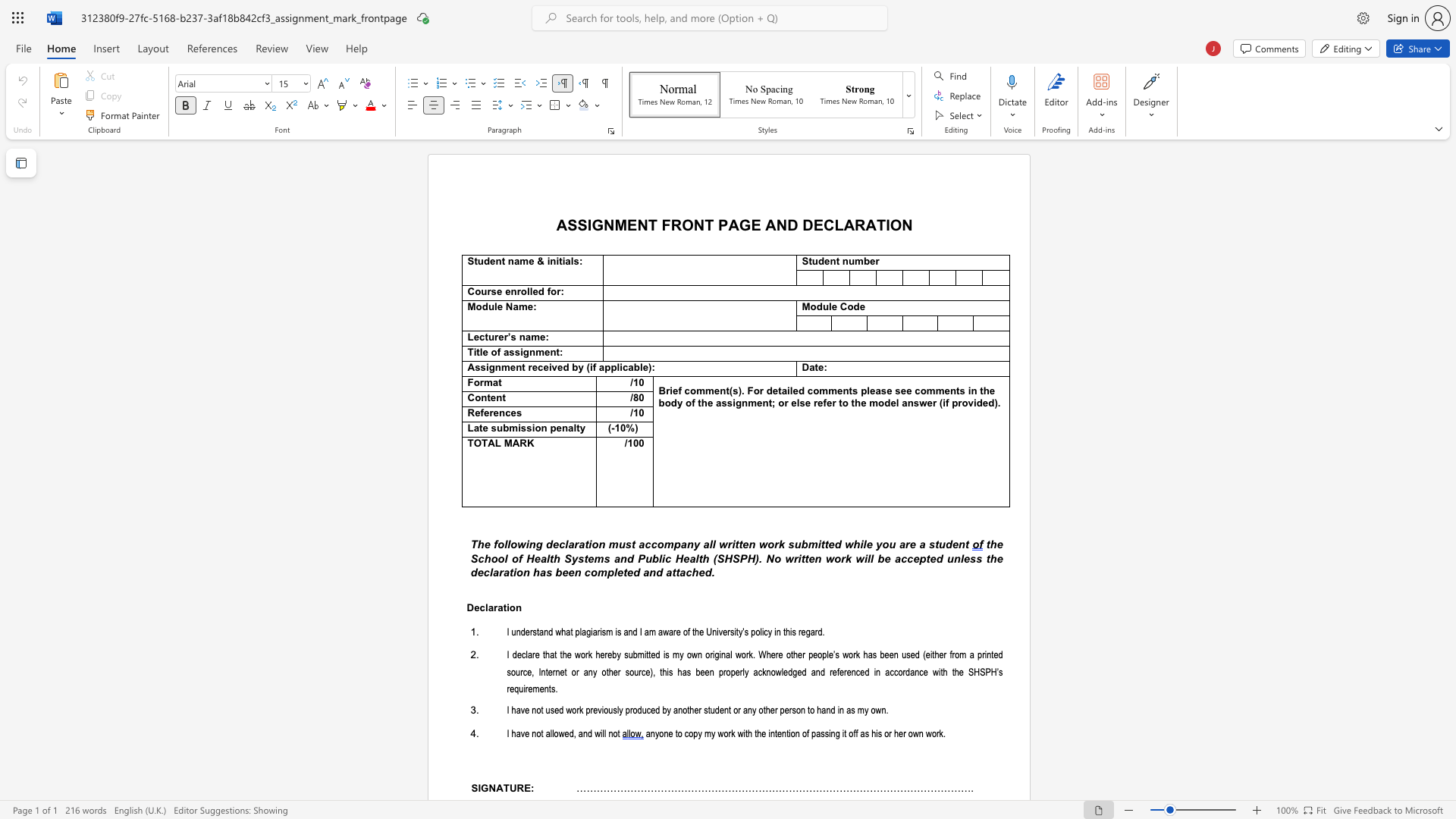 This screenshot has height=819, width=1456. Describe the element at coordinates (519, 260) in the screenshot. I see `the subset text "me & initi" within the text "Student name & initials"` at that location.